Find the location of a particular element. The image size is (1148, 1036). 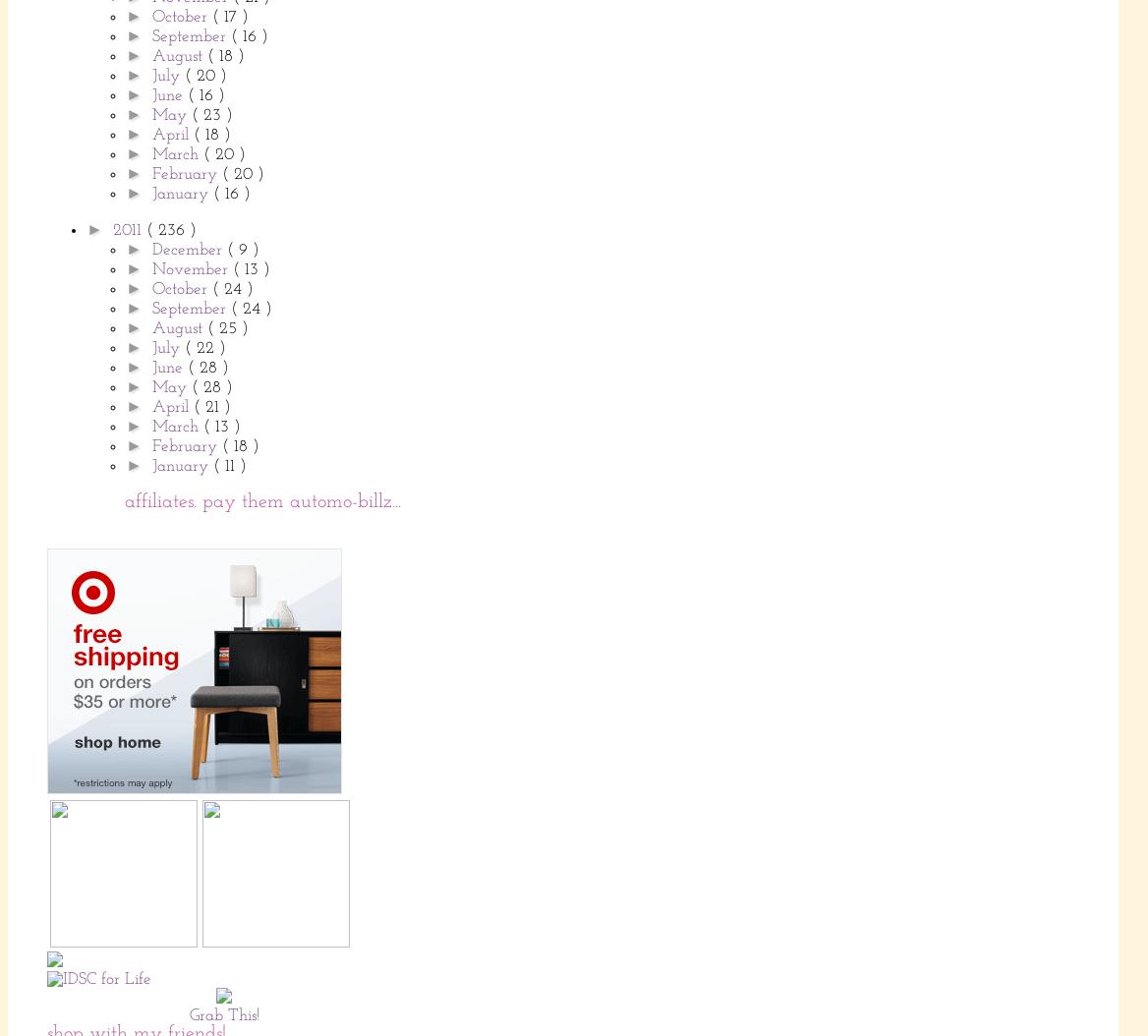

'(
                11
                )' is located at coordinates (211, 465).